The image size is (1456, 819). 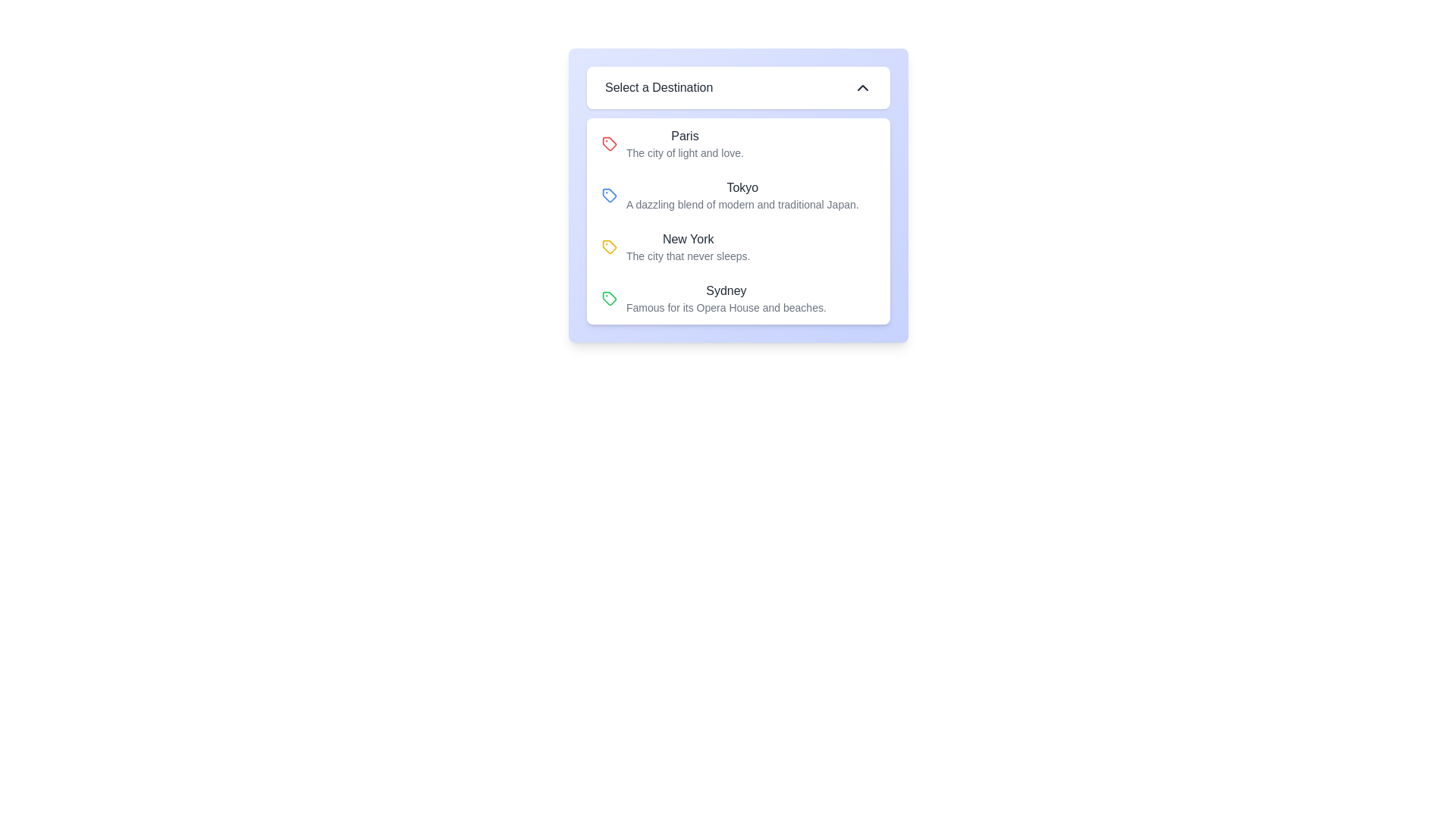 I want to click on the static text label displaying the destination name 'Sydney' in the fourth entry of the vertically stacked list of destination options, so click(x=725, y=291).